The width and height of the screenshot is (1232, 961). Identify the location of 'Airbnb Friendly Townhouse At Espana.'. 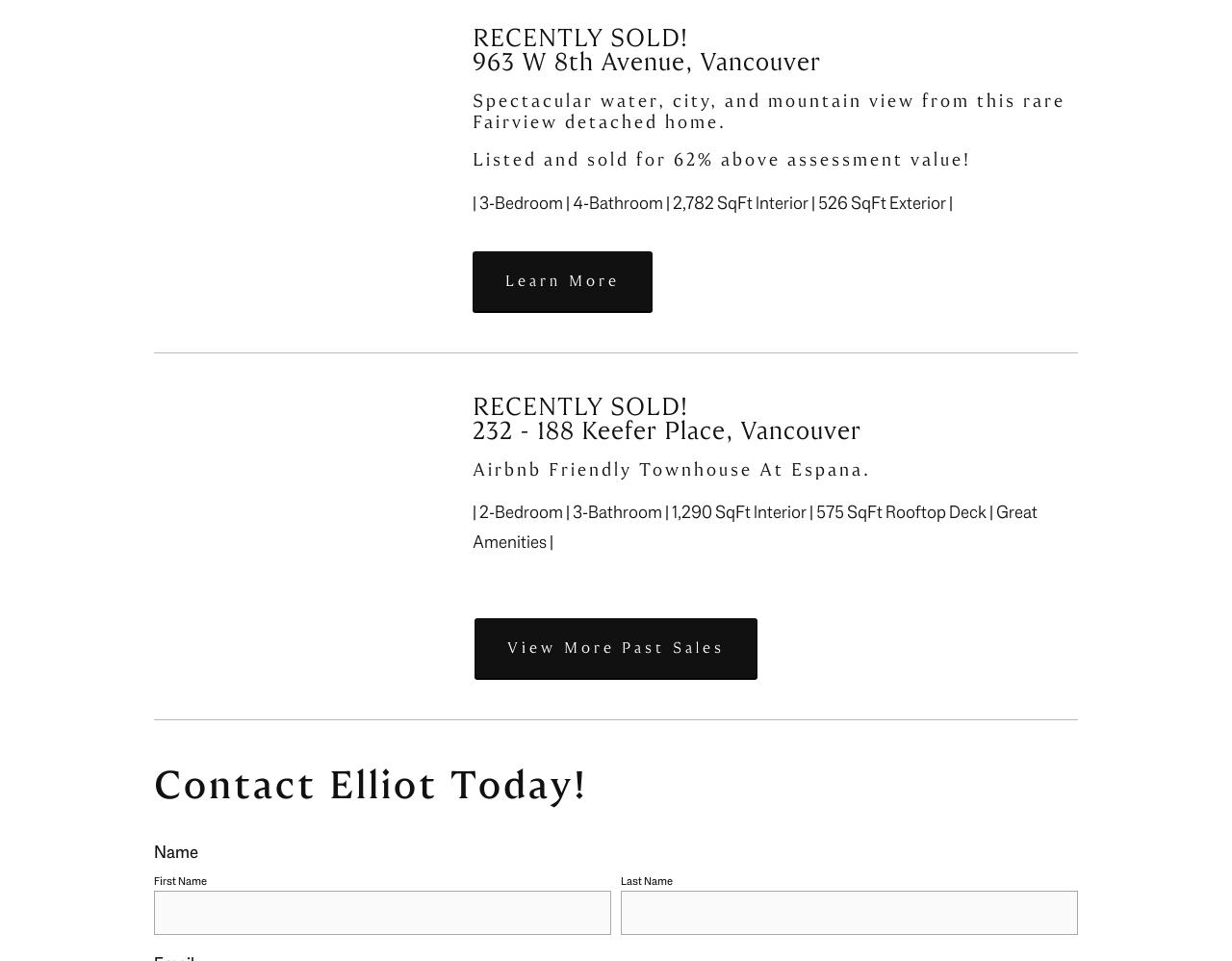
(671, 468).